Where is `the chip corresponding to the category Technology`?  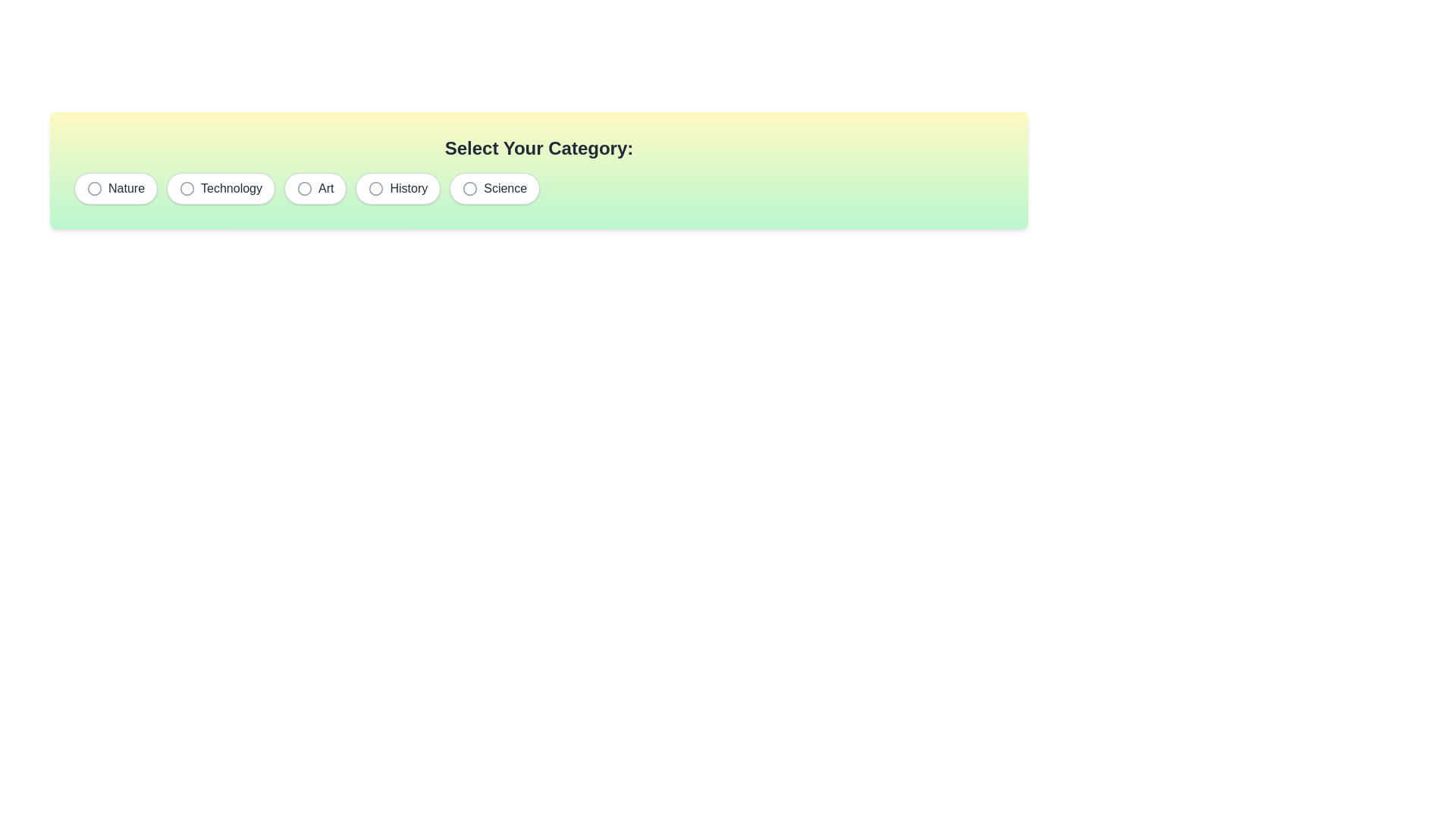 the chip corresponding to the category Technology is located at coordinates (220, 188).